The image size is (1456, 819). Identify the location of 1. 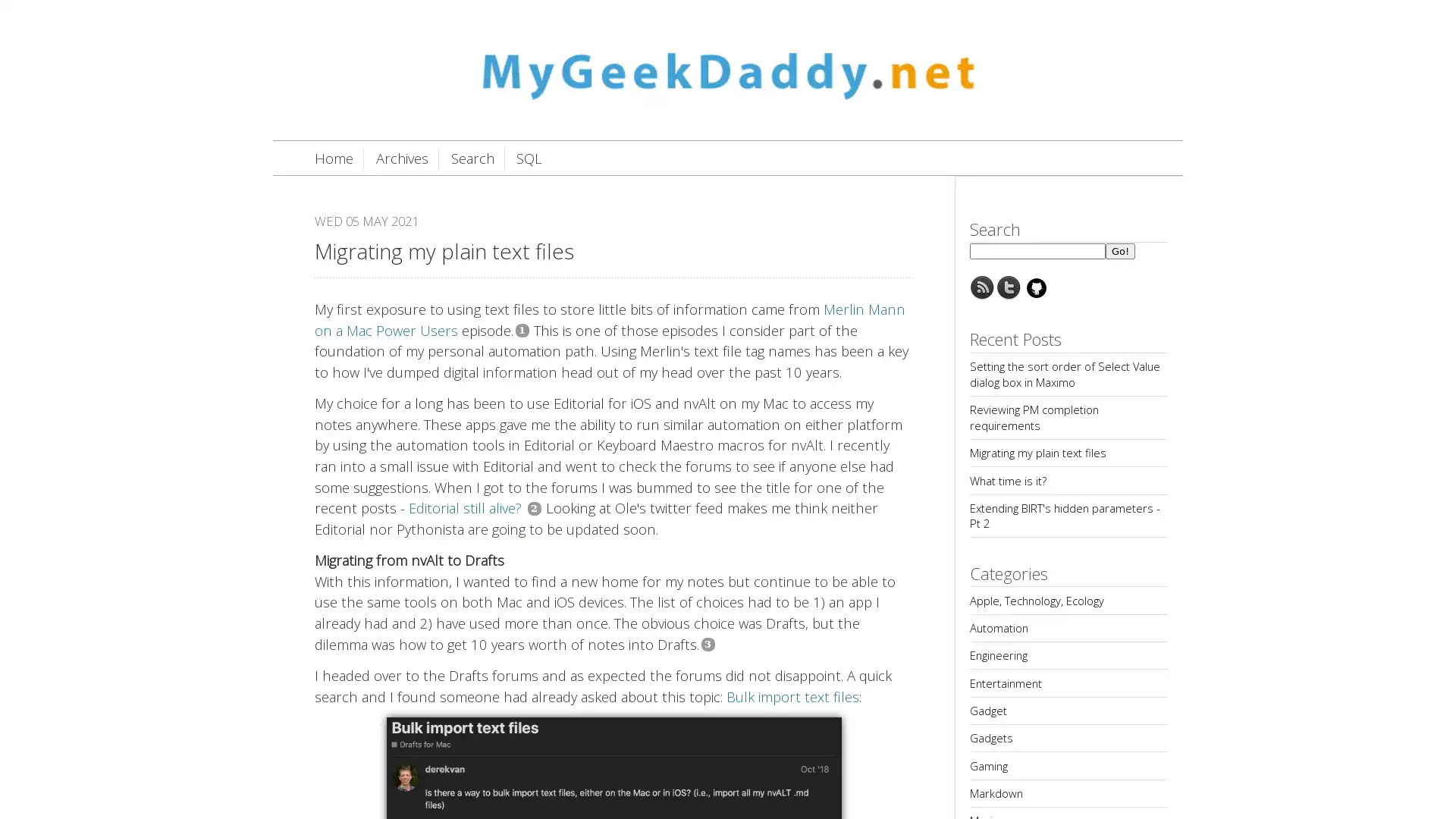
(522, 329).